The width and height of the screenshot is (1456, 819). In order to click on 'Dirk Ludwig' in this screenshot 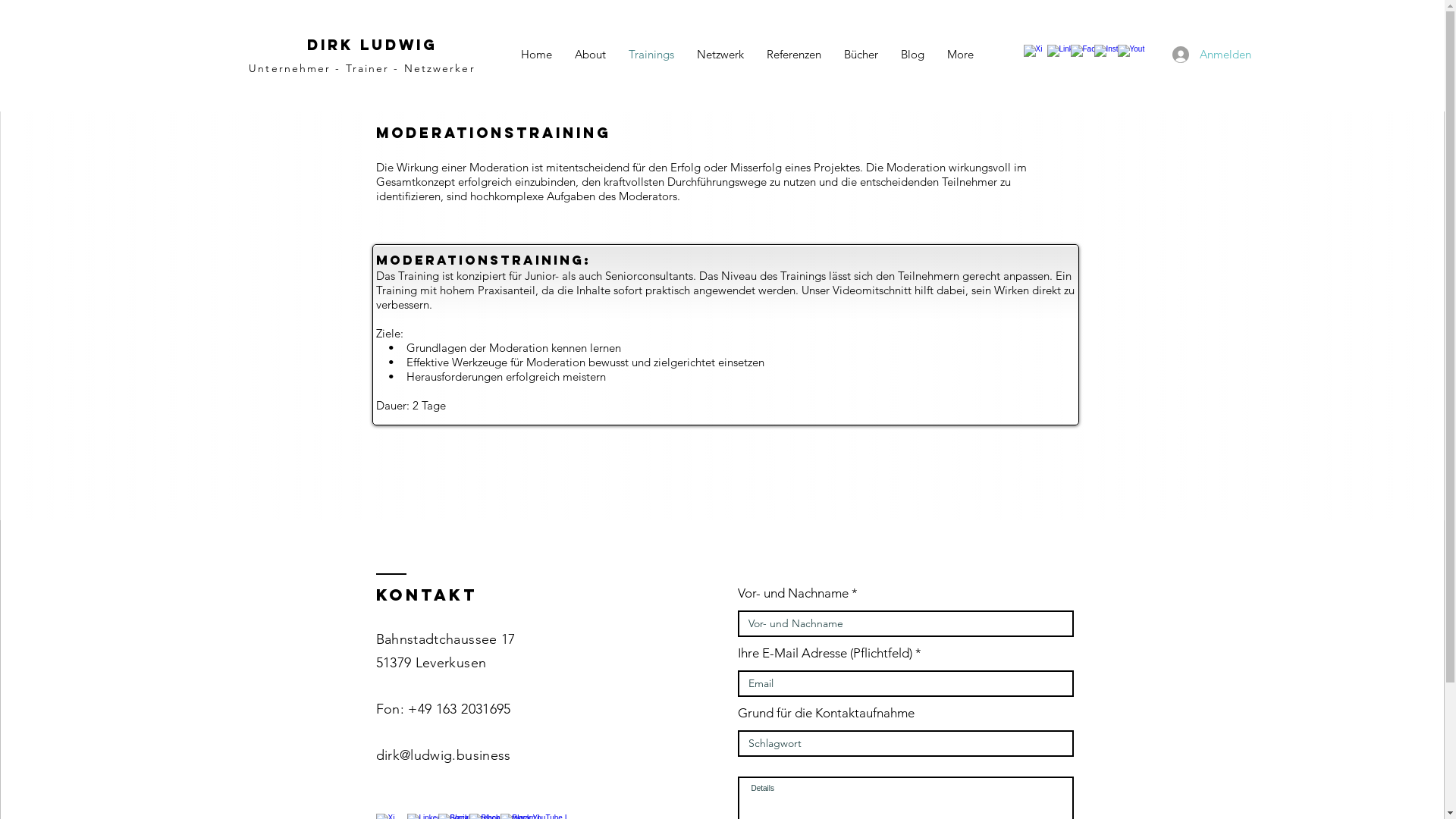, I will do `click(371, 43)`.